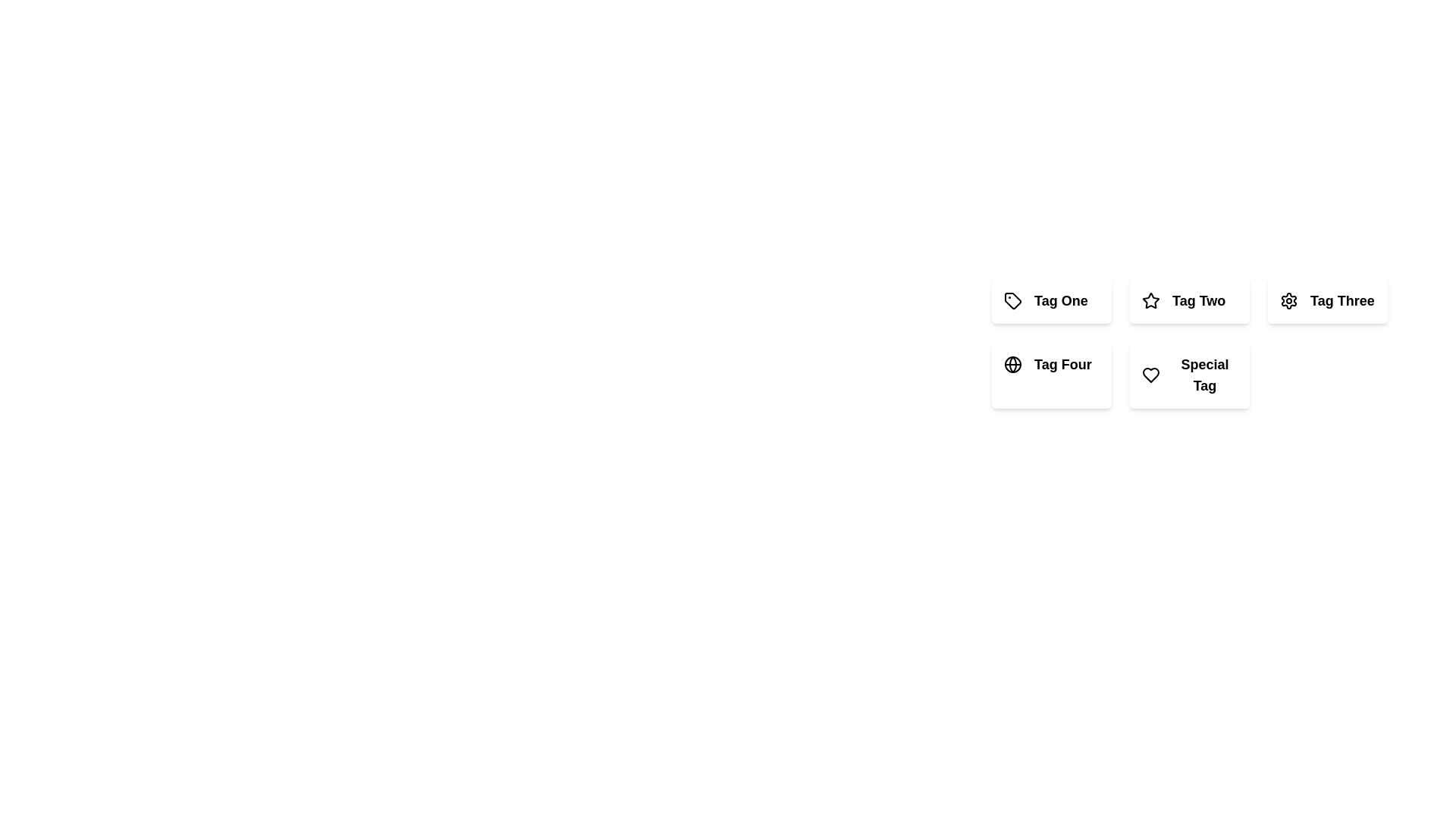 Image resolution: width=1456 pixels, height=819 pixels. What do you see at coordinates (1051, 365) in the screenshot?
I see `the button labeled 'Tag Four' located in the bottom-left card of a 2x3 grid, which is the leftmost element in the second row` at bounding box center [1051, 365].